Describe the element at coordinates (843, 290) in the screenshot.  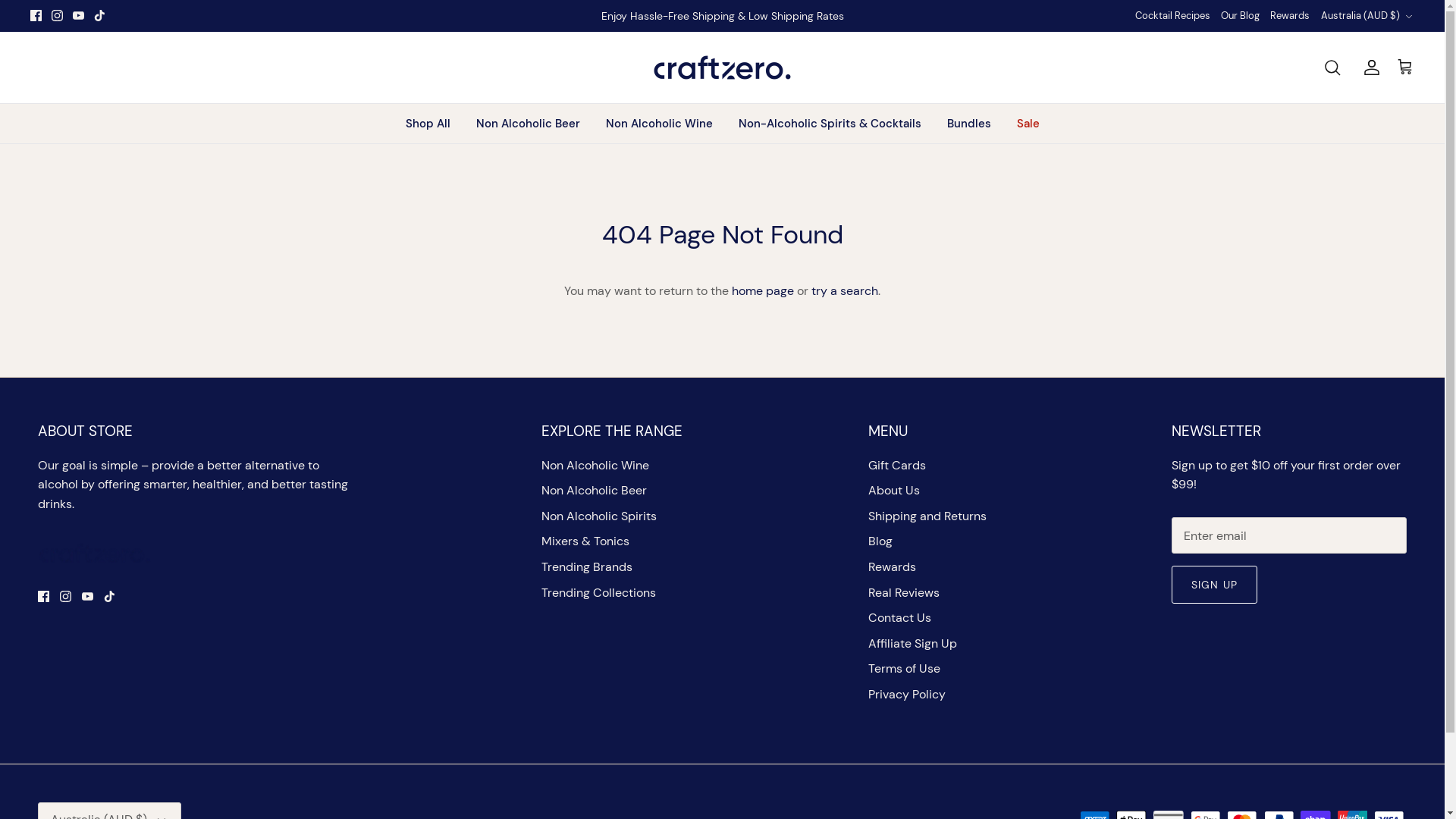
I see `'try a search'` at that location.